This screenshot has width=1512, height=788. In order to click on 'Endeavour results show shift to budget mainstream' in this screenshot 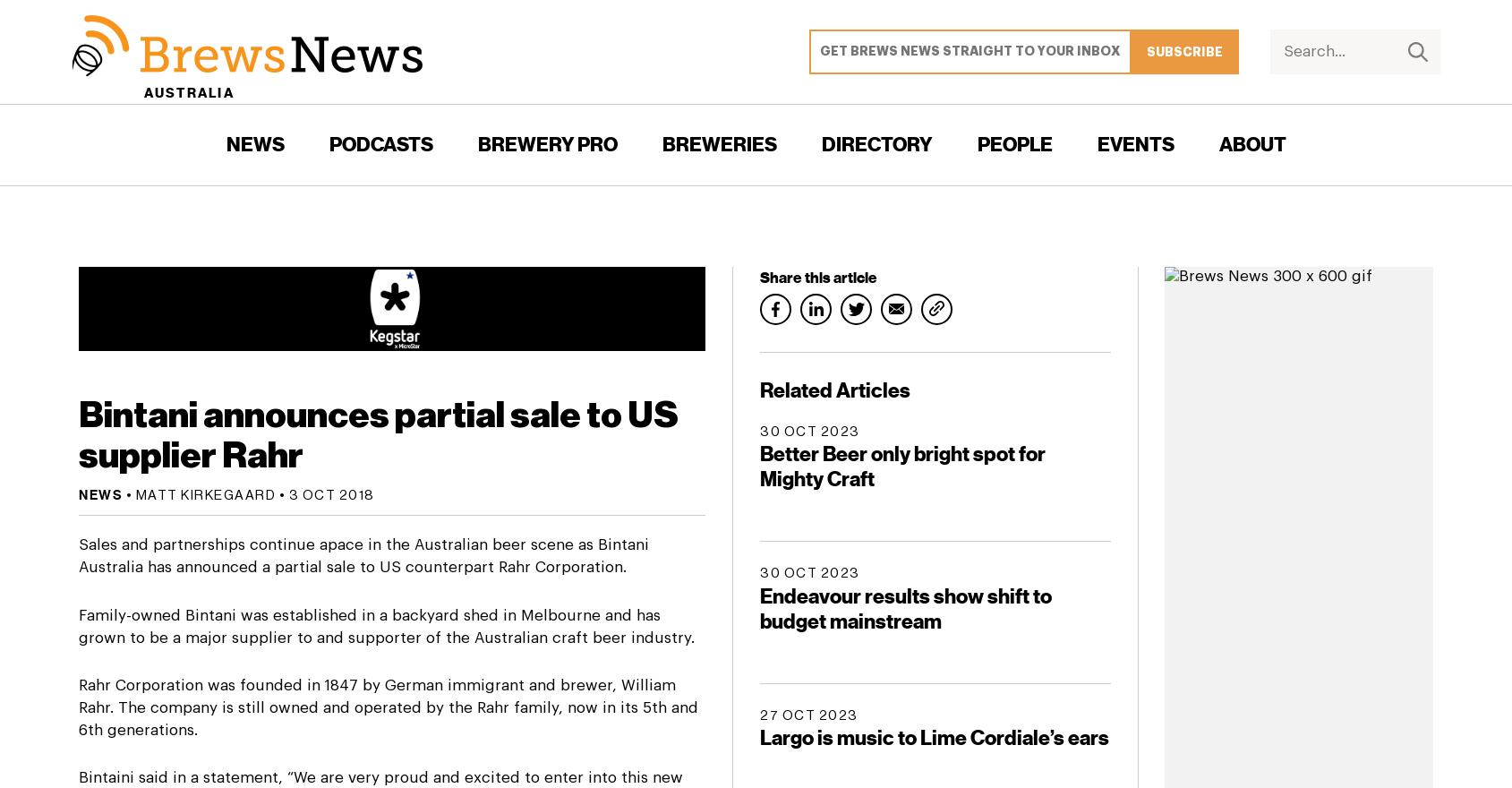, I will do `click(905, 607)`.